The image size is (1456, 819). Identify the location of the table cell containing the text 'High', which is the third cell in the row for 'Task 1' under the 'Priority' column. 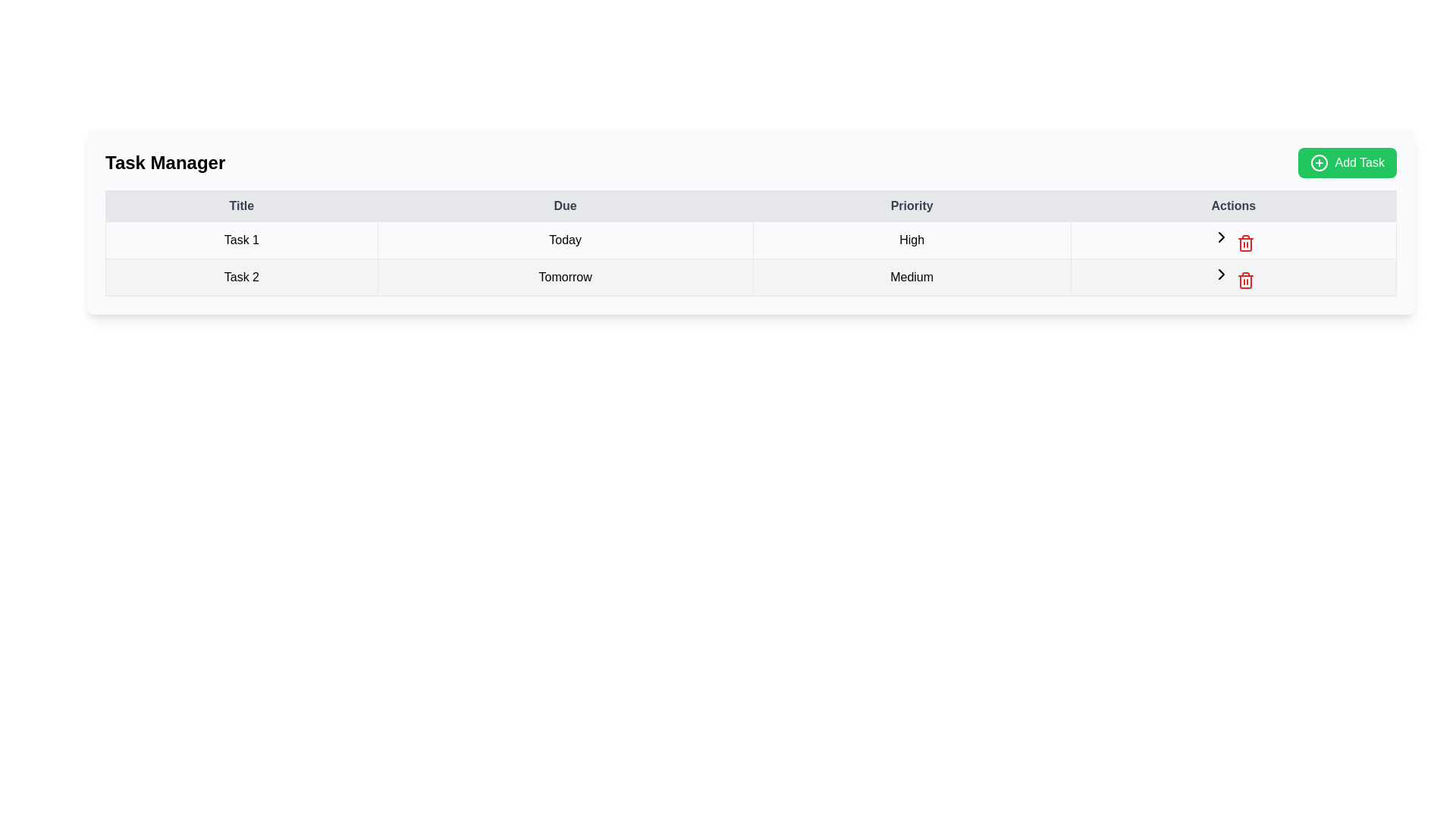
(911, 239).